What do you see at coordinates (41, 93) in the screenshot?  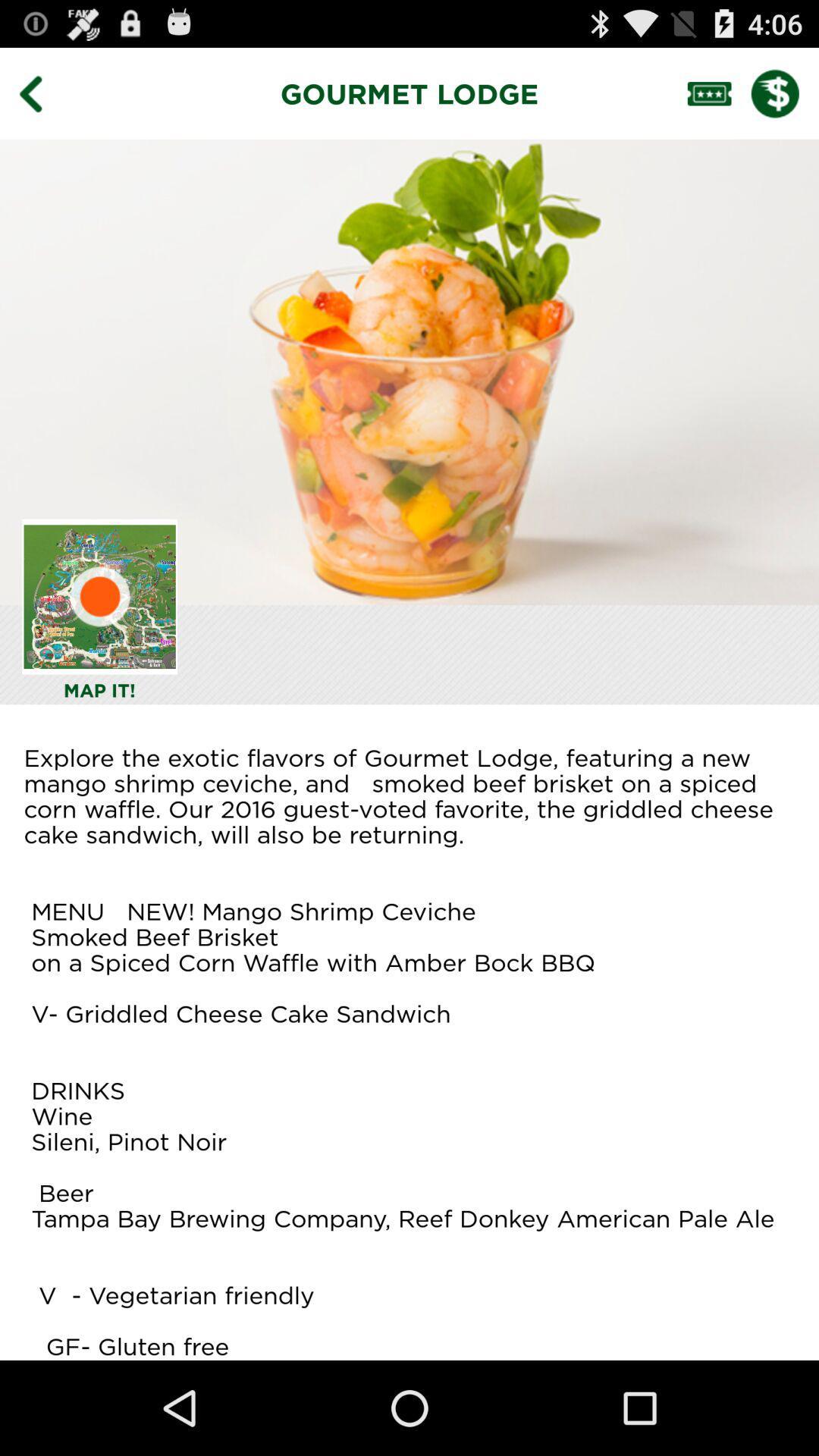 I see `the item next to the gourmet lodge item` at bounding box center [41, 93].